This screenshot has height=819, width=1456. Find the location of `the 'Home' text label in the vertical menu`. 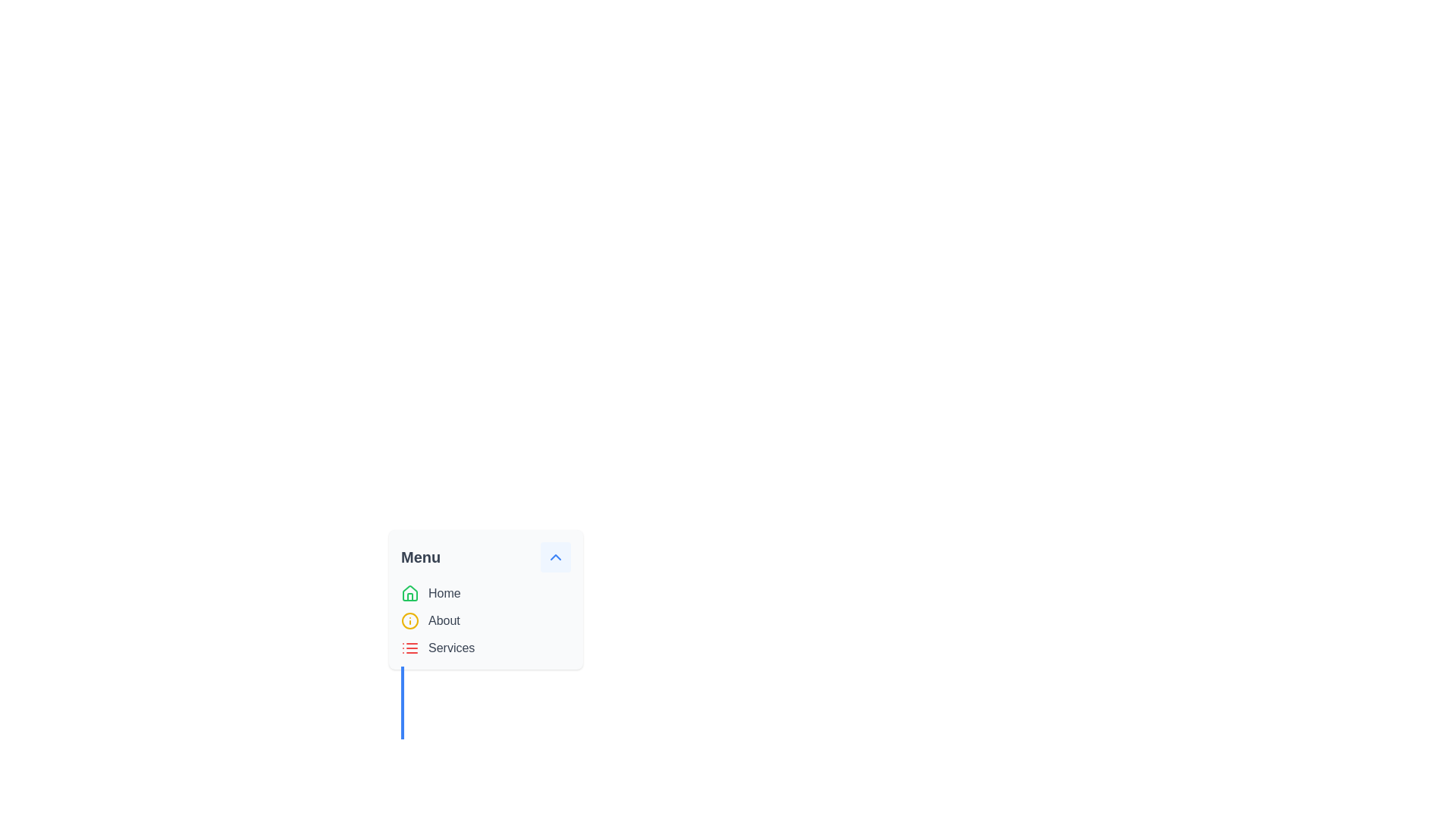

the 'Home' text label in the vertical menu is located at coordinates (444, 593).